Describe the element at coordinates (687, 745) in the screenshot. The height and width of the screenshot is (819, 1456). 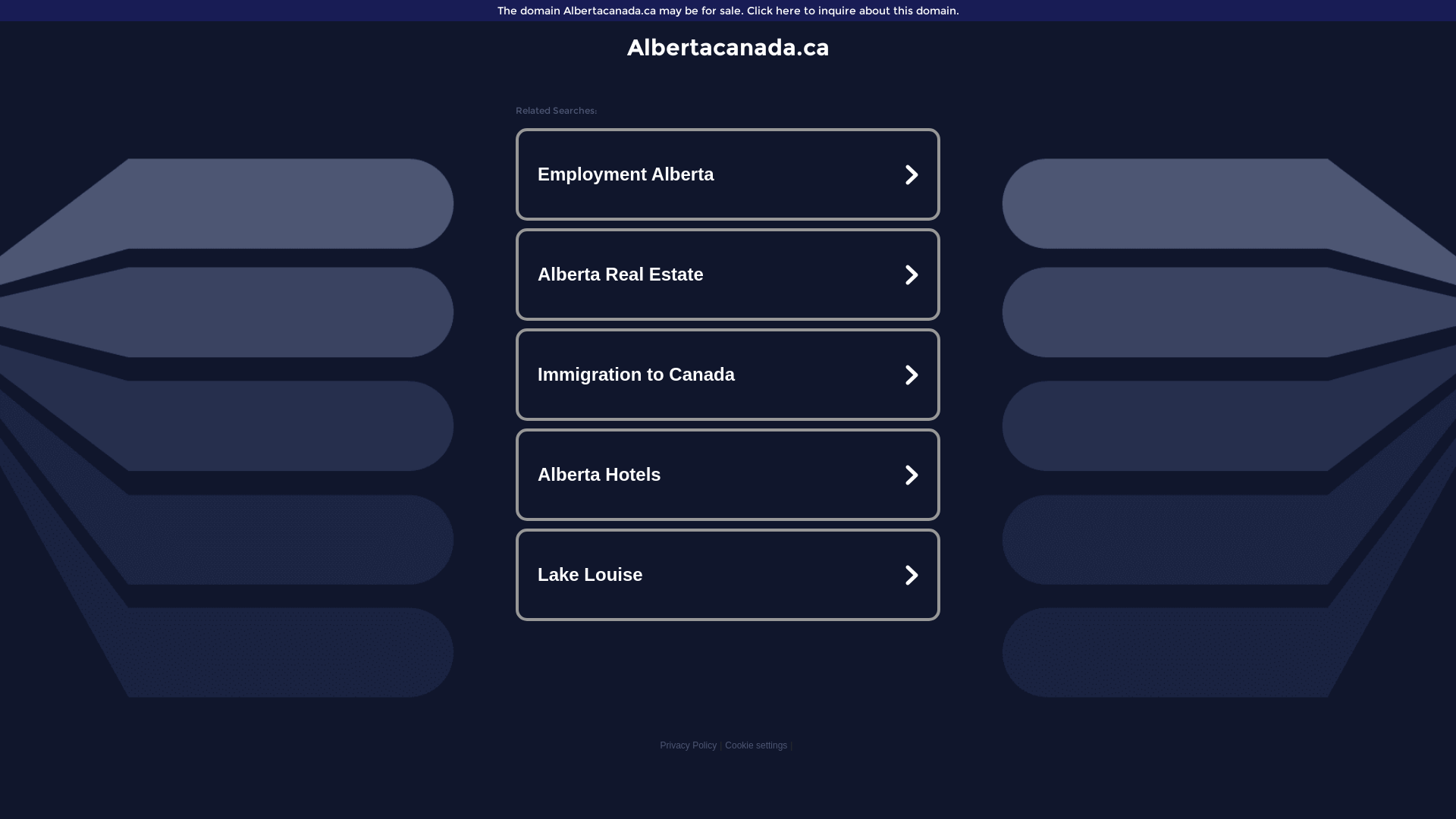
I see `'Privacy Policy'` at that location.